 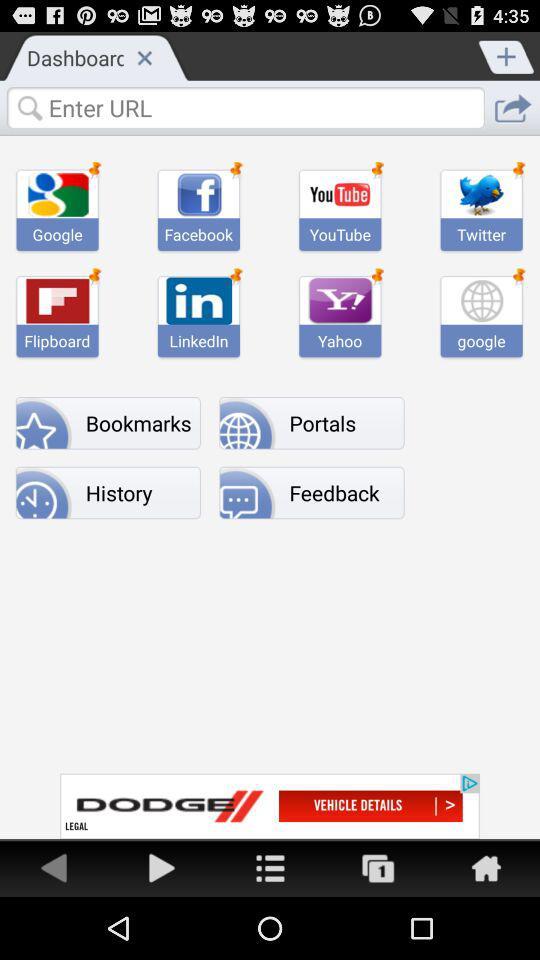 I want to click on windows, so click(x=378, y=866).